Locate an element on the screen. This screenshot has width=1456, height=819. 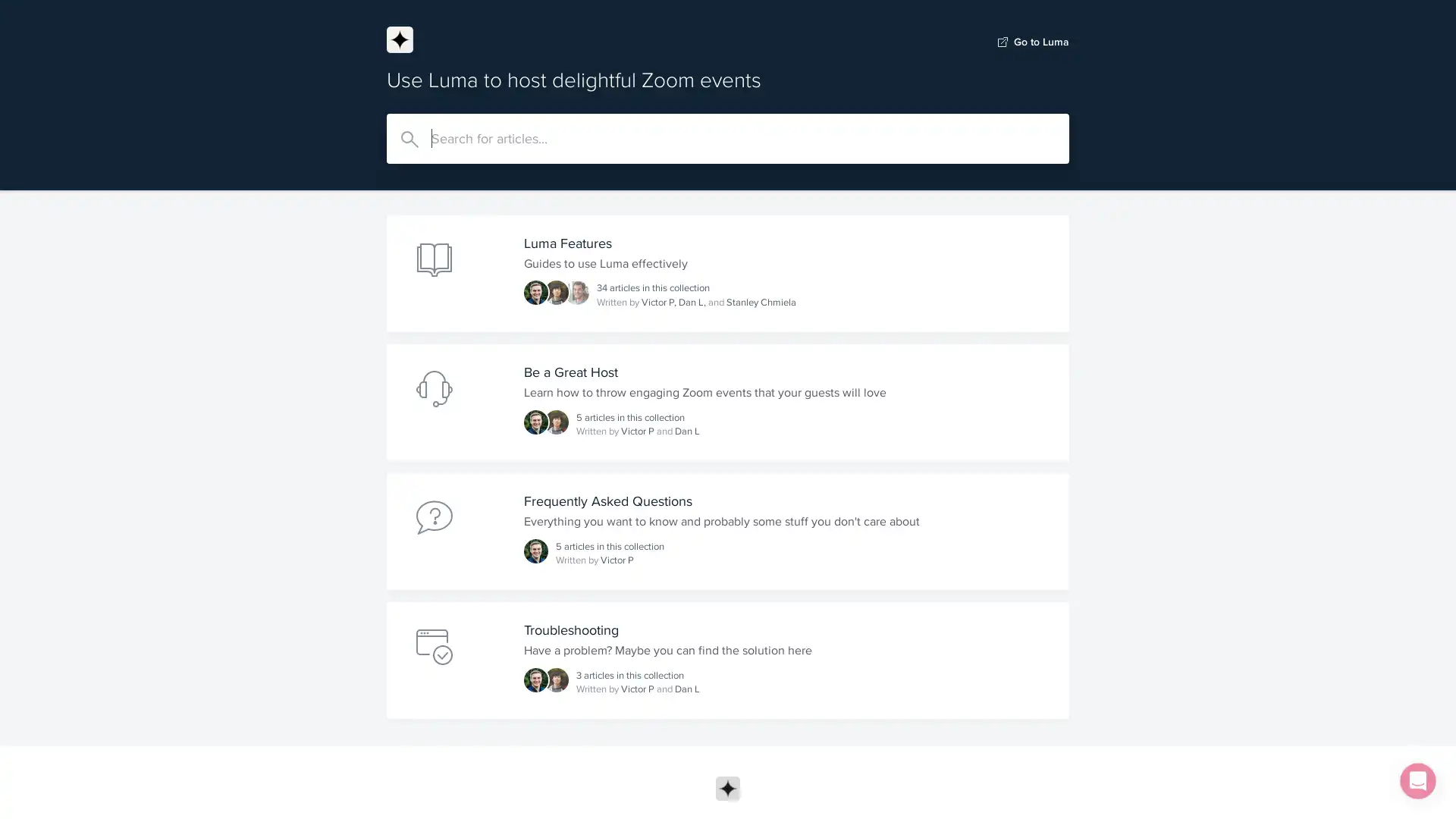
Open Intercom Messenger is located at coordinates (1417, 780).